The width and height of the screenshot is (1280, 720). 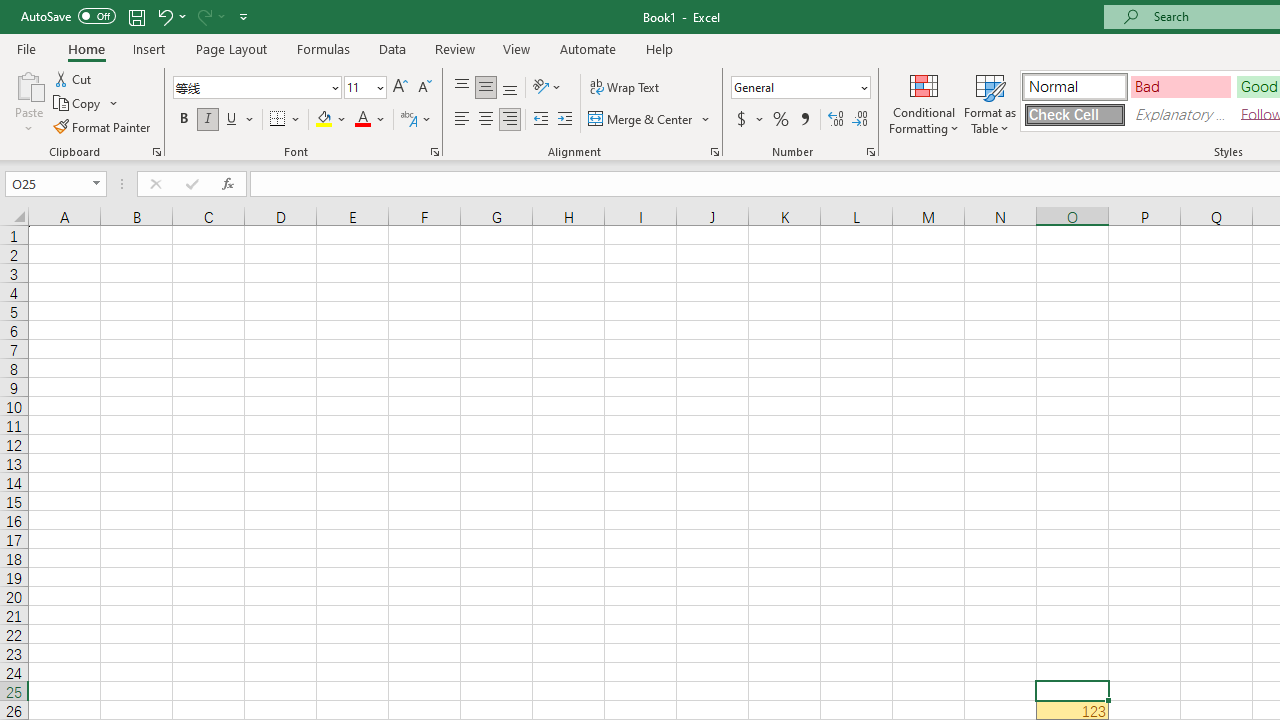 What do you see at coordinates (624, 86) in the screenshot?
I see `'Wrap Text'` at bounding box center [624, 86].